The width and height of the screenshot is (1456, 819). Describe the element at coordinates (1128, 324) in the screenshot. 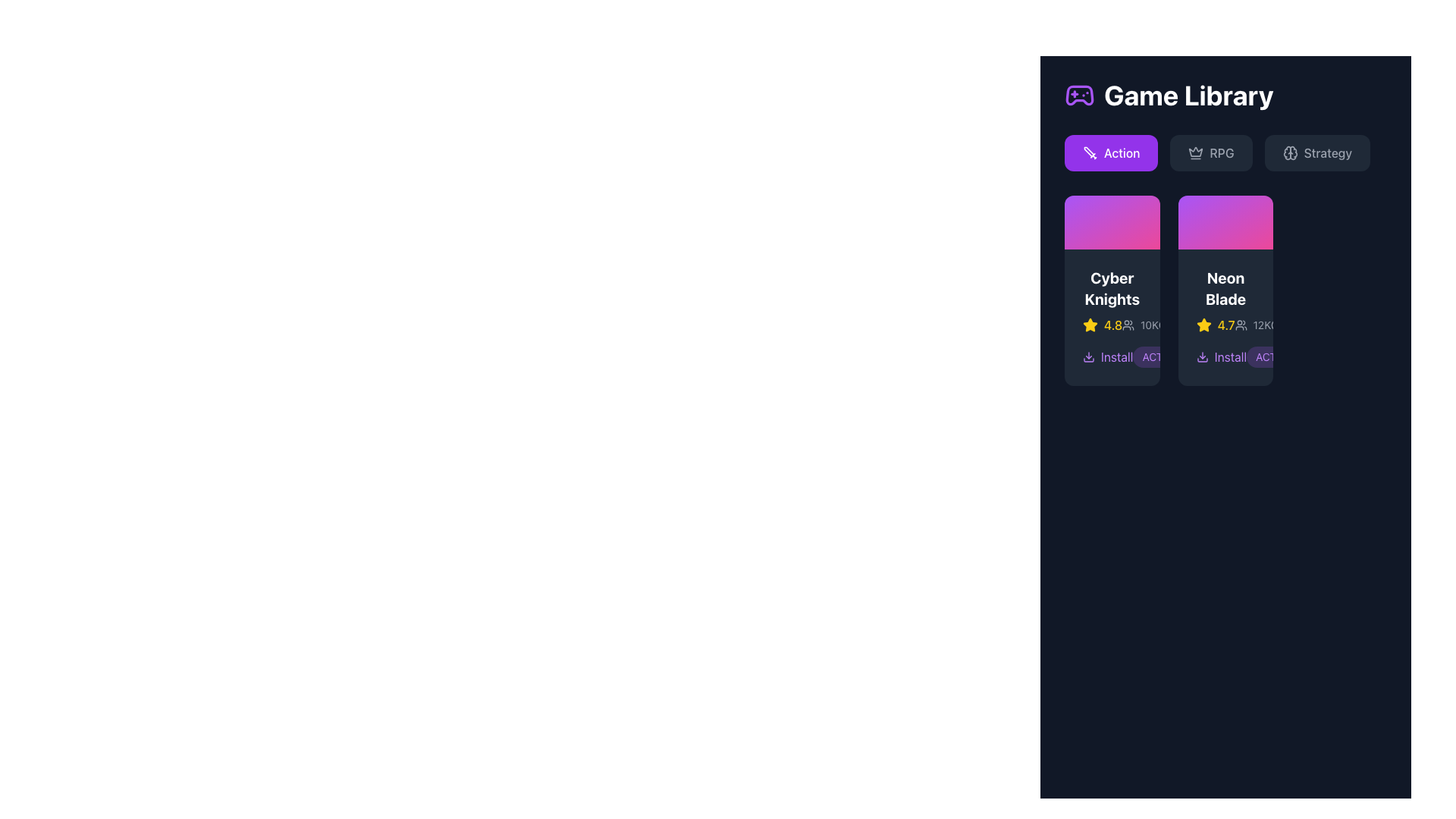

I see `the icon of a group of people, styled with thin line art design, located to the left of the '10K' text` at that location.